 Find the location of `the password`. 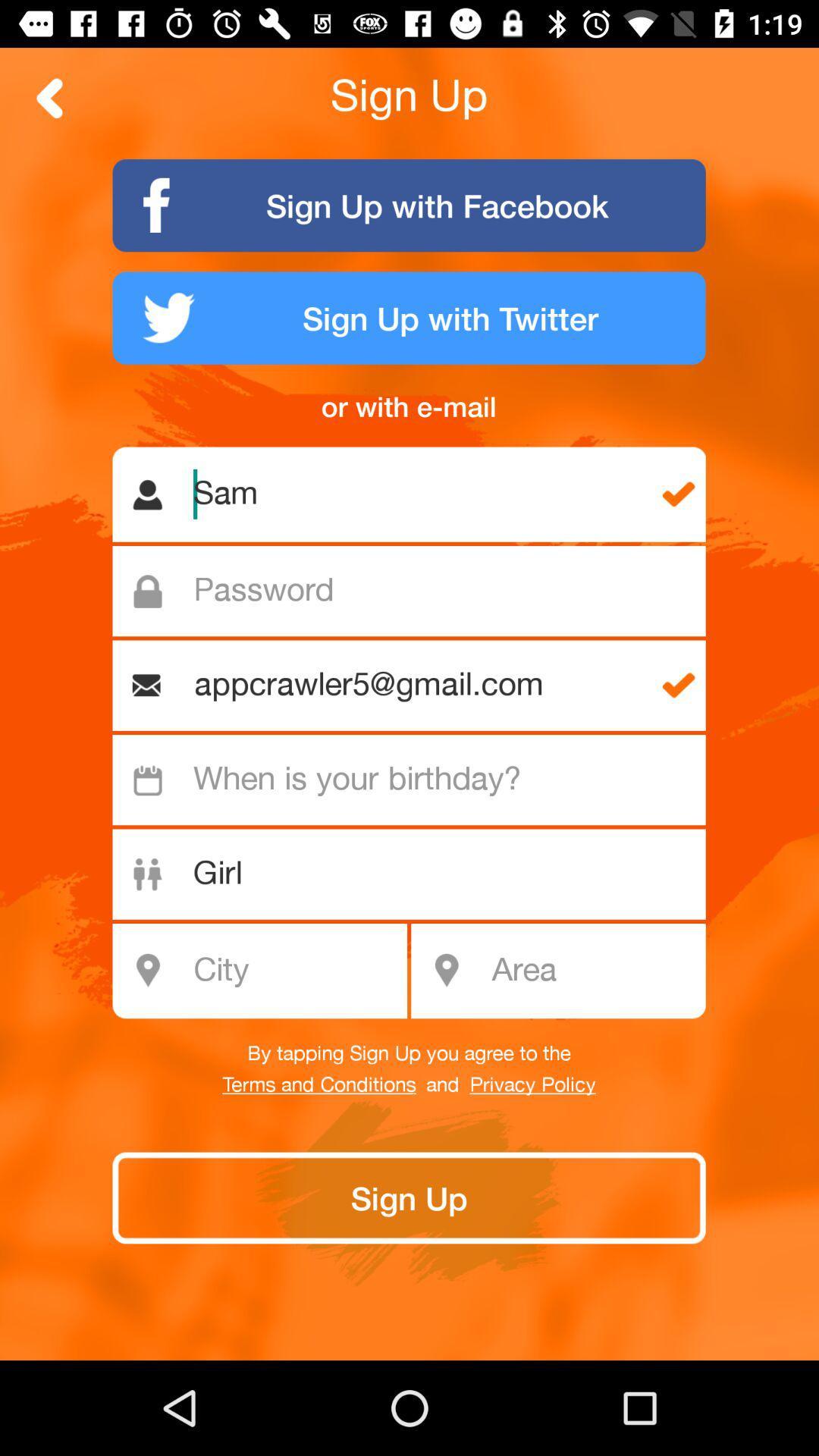

the password is located at coordinates (417, 590).